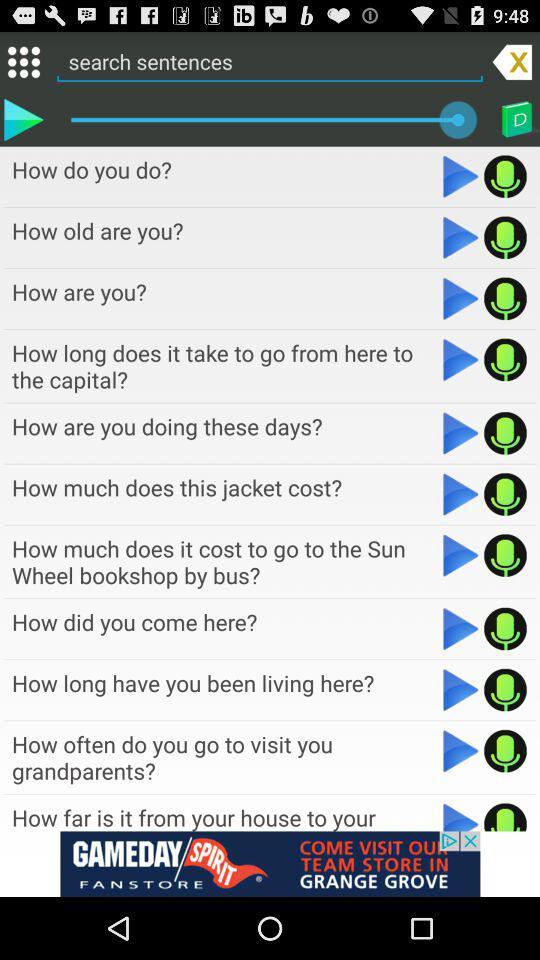  What do you see at coordinates (461, 237) in the screenshot?
I see `option` at bounding box center [461, 237].